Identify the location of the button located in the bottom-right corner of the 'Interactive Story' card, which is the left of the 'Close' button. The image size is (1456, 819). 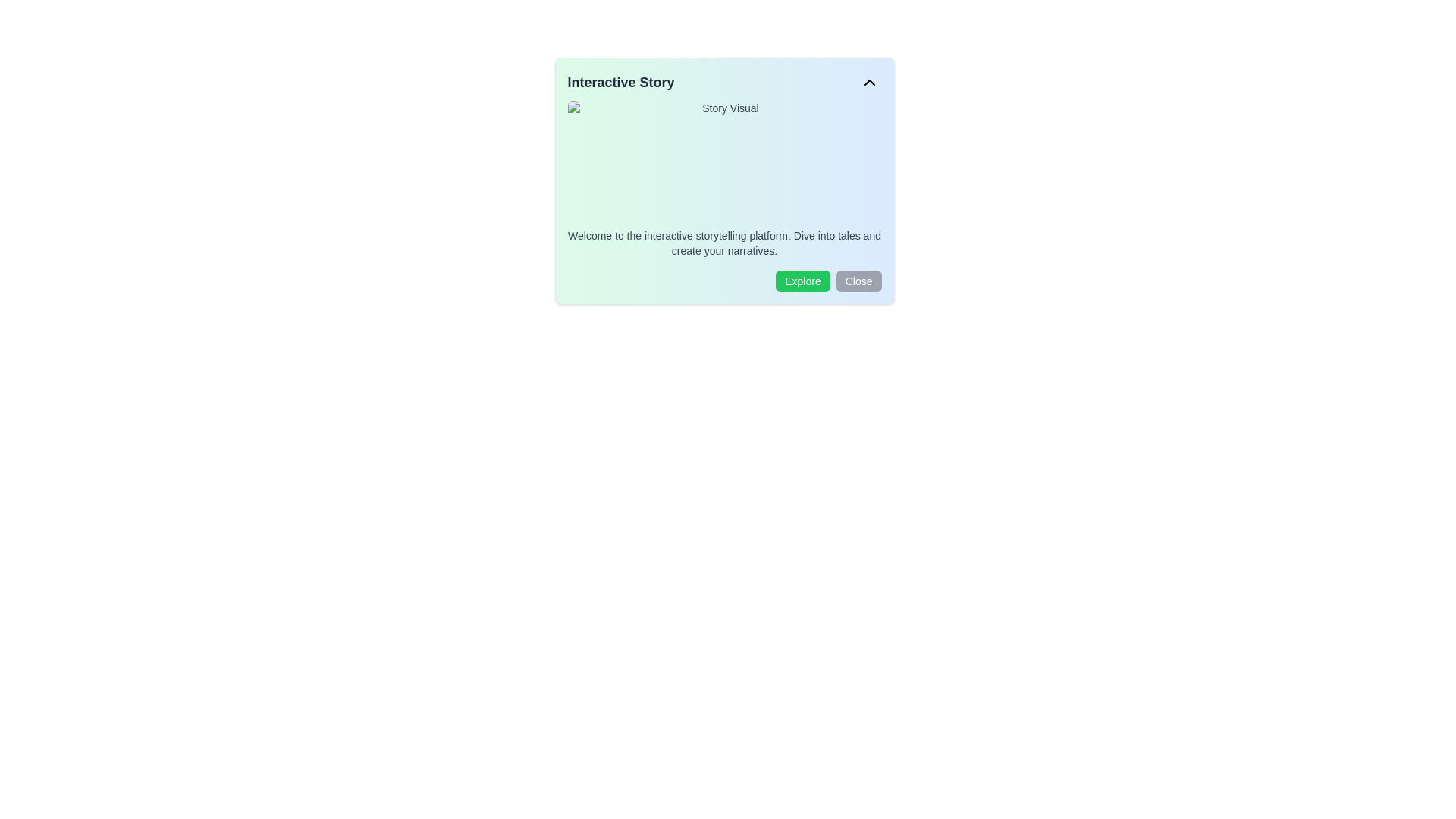
(802, 281).